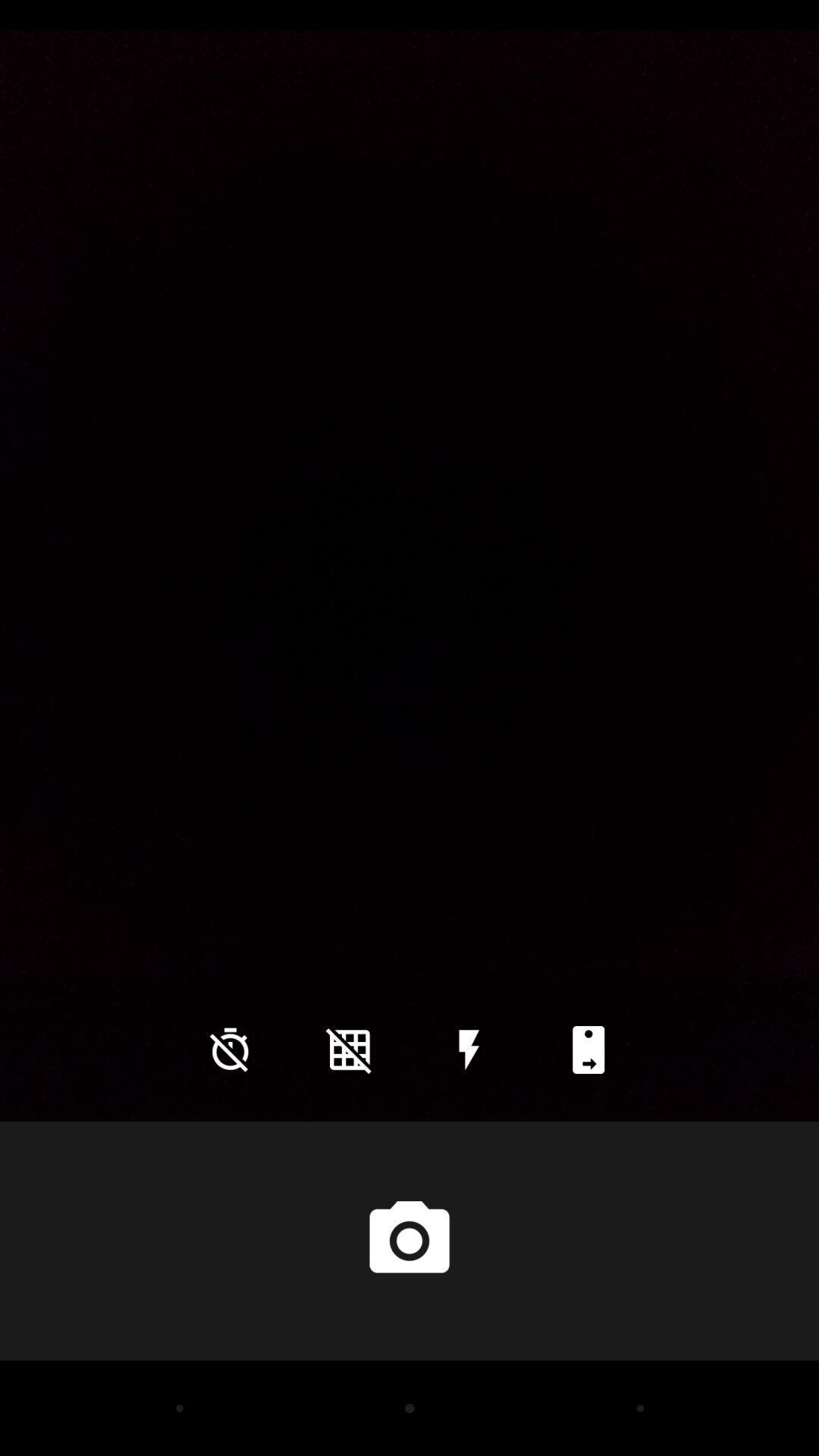 The width and height of the screenshot is (819, 1456). I want to click on the time icon, so click(230, 1049).